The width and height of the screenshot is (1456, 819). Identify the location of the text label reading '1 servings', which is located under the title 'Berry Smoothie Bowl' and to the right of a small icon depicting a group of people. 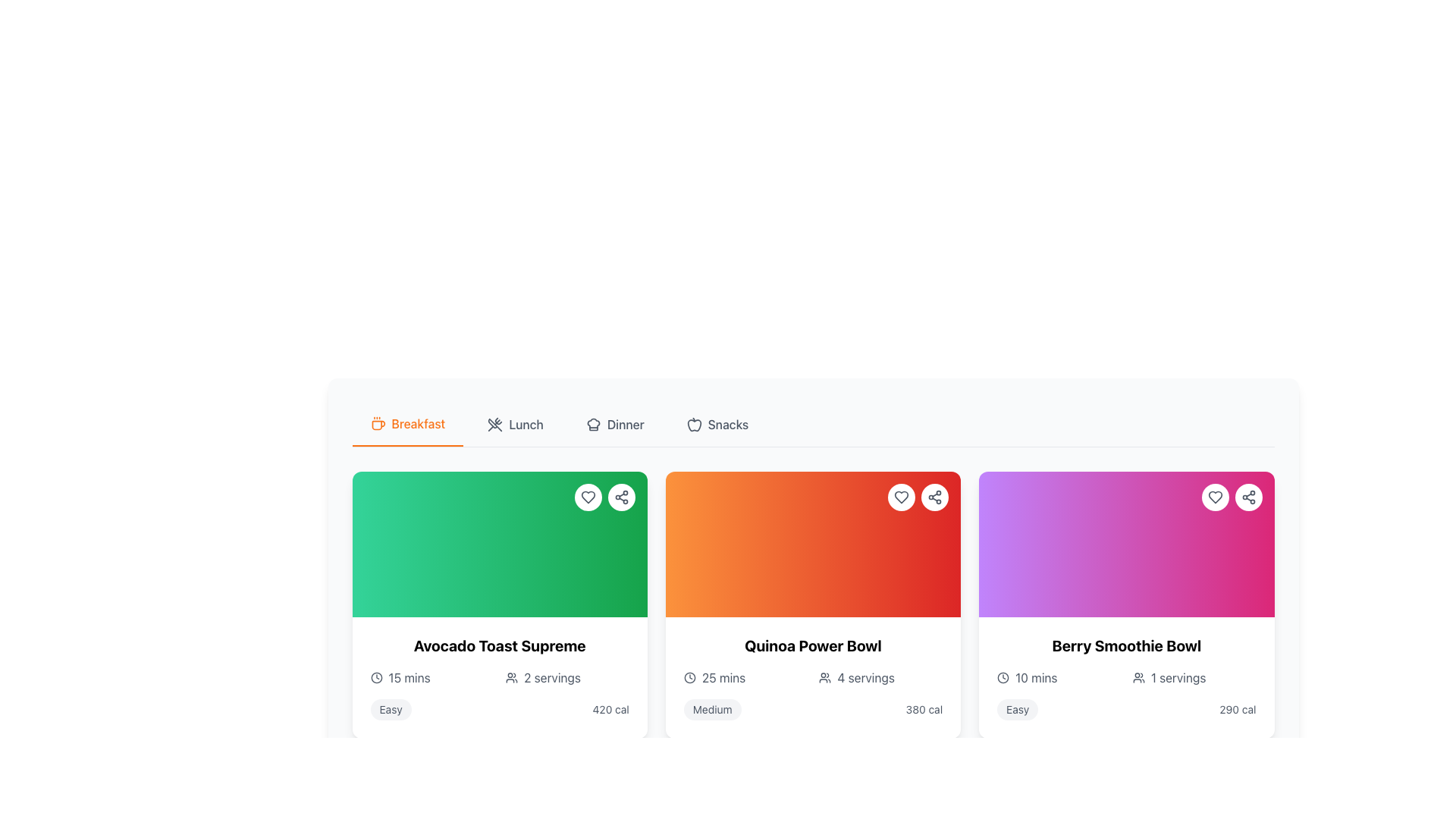
(1178, 677).